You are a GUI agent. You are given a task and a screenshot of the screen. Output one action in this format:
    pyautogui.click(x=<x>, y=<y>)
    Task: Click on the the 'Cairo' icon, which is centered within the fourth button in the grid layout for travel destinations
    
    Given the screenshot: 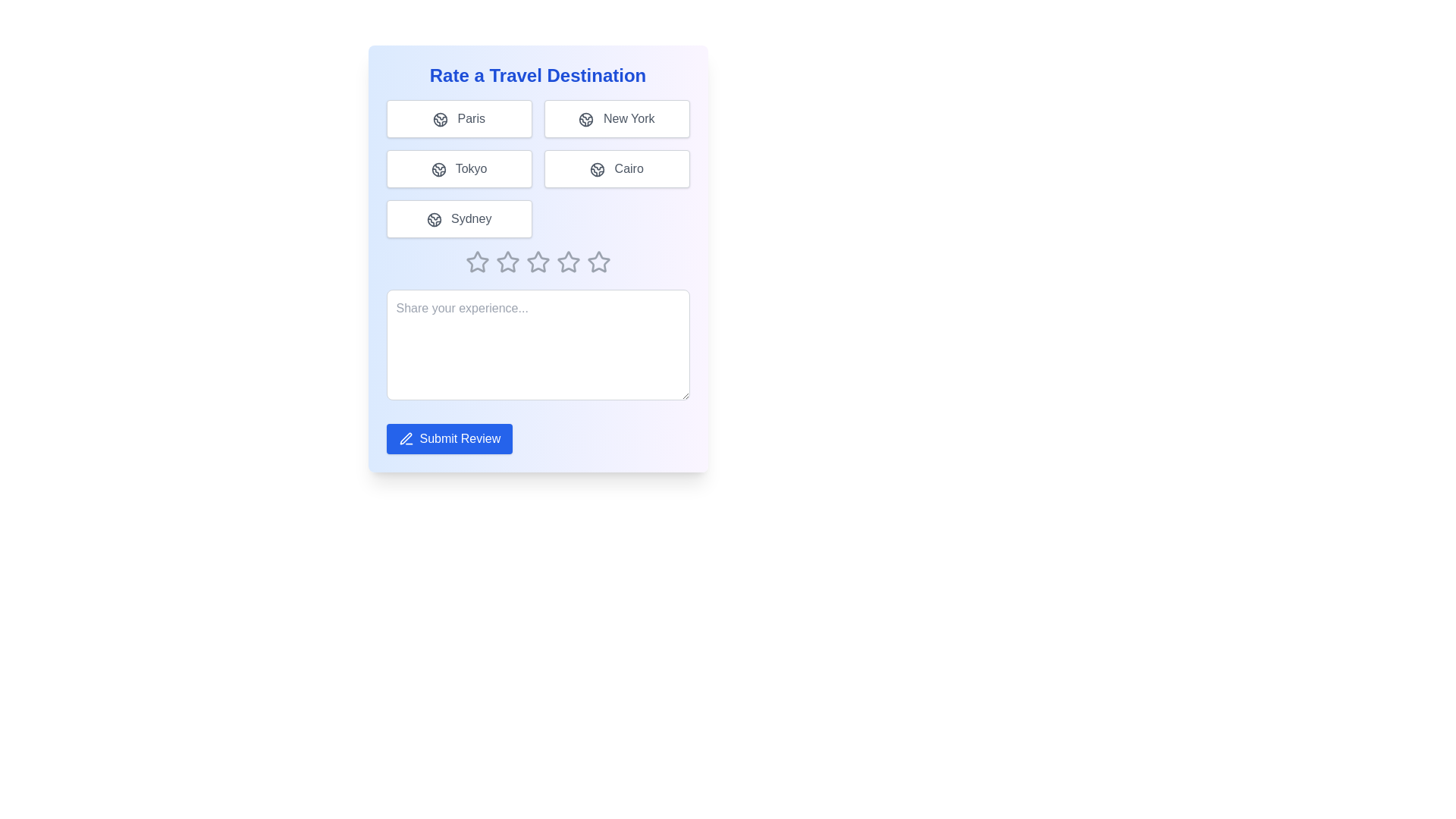 What is the action you would take?
    pyautogui.click(x=597, y=169)
    